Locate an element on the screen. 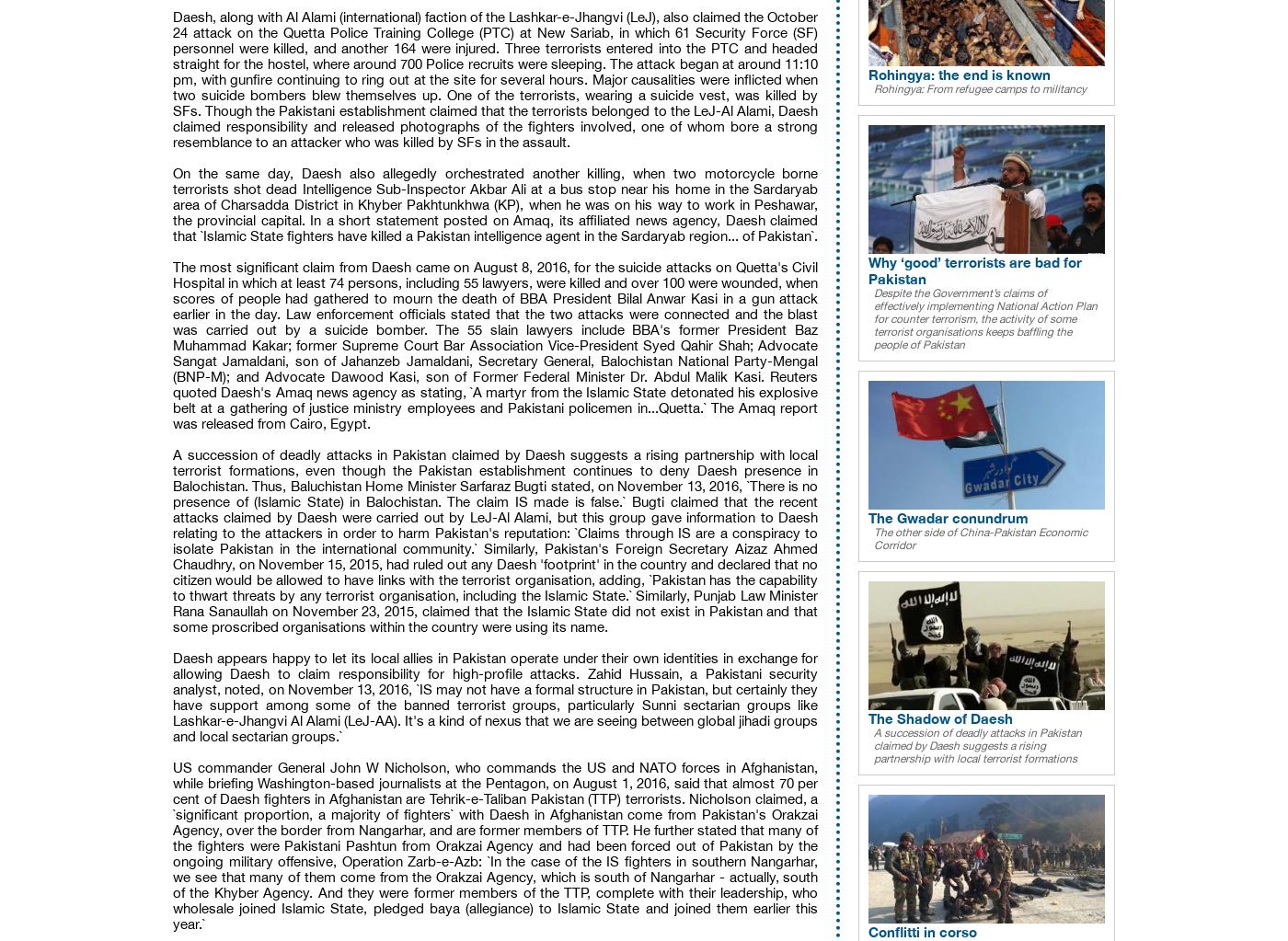 This screenshot has height=941, width=1288. 'A succession of deadly attacks in Pakistan claimed by Daesh suggests a rising partnership with local terrorist formations' is located at coordinates (978, 745).